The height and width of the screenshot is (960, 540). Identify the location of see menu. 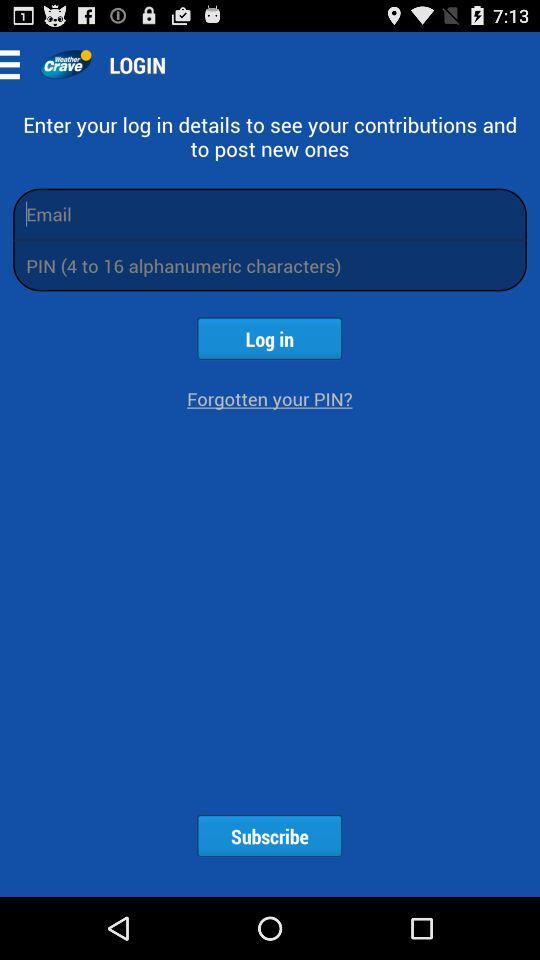
(15, 64).